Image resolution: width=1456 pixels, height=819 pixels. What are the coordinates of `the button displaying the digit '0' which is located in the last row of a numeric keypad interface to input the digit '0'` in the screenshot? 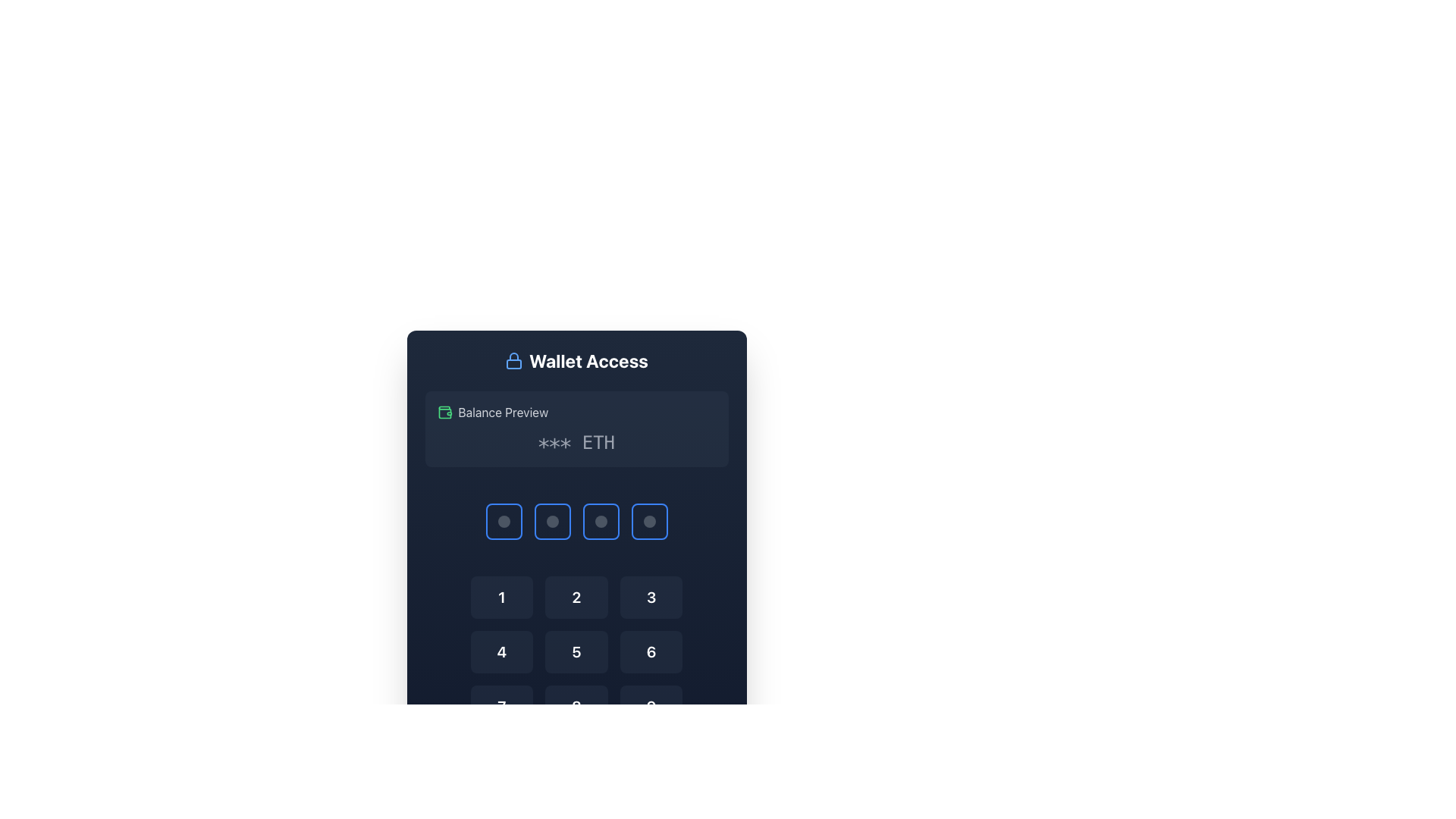 It's located at (576, 761).